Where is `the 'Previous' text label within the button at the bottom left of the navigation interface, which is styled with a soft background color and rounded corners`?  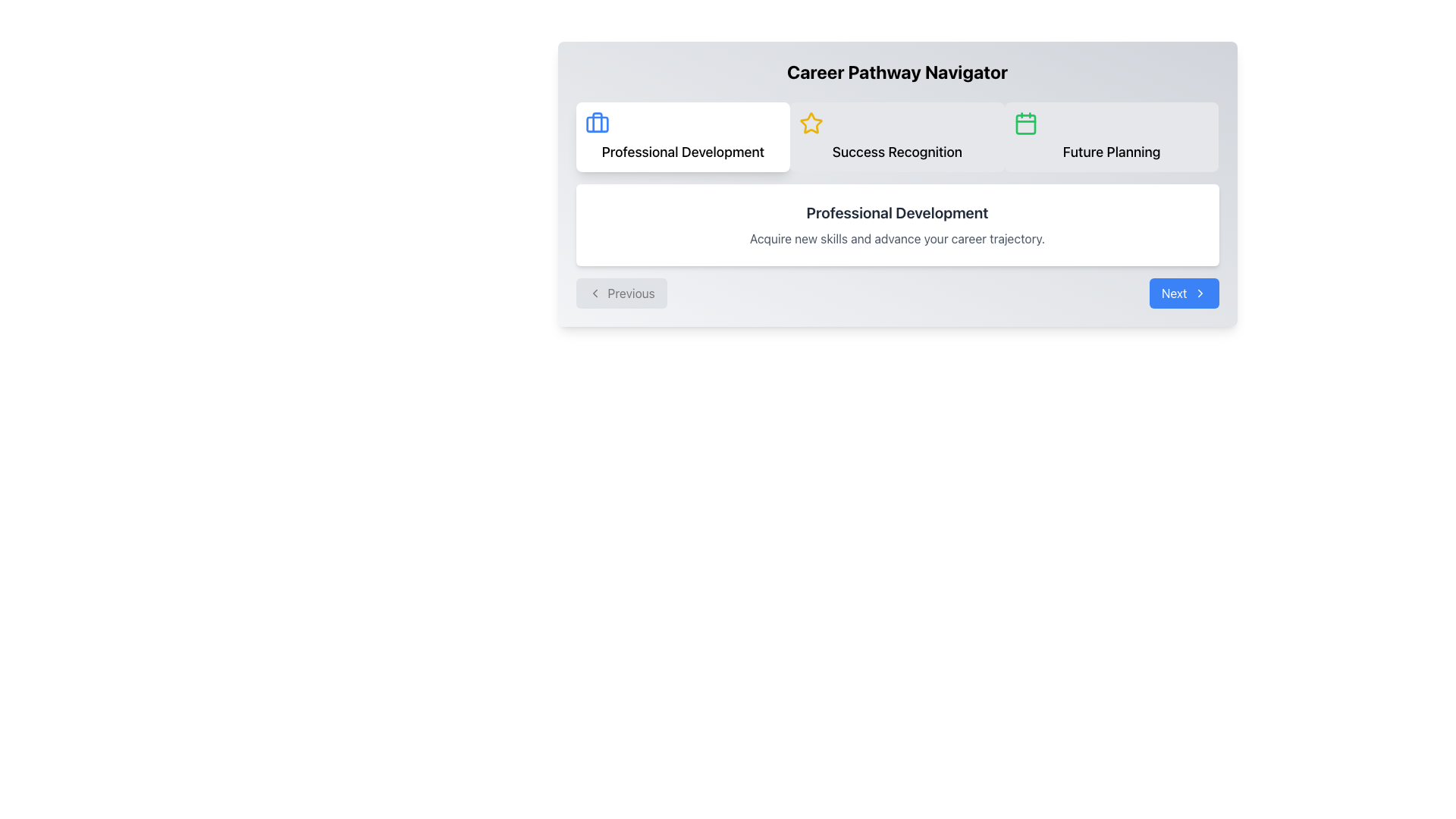
the 'Previous' text label within the button at the bottom left of the navigation interface, which is styled with a soft background color and rounded corners is located at coordinates (631, 293).